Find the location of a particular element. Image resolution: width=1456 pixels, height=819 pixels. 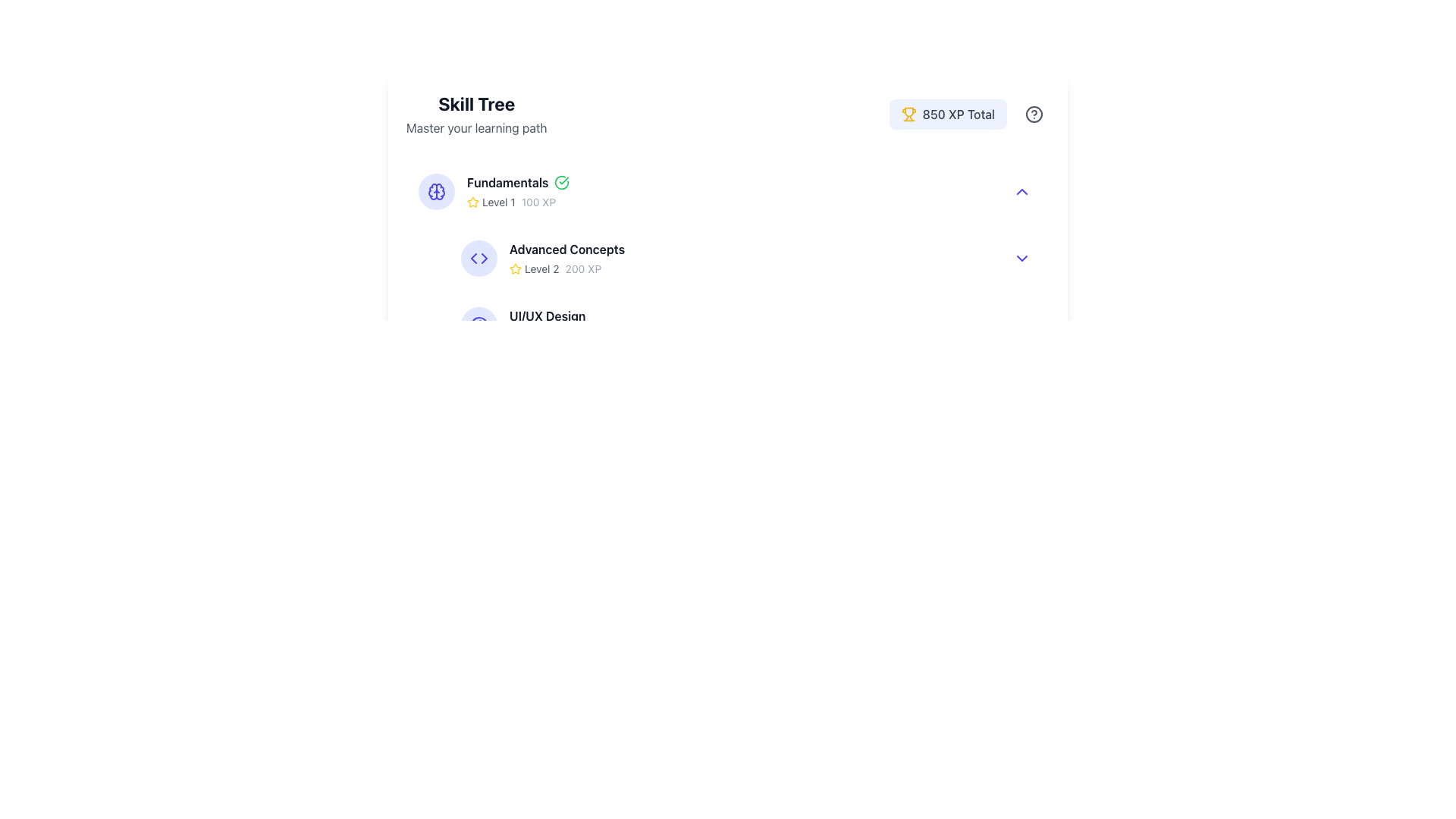

the 'Advanced Concepts' learning module card in the skill tree interface is located at coordinates (749, 257).